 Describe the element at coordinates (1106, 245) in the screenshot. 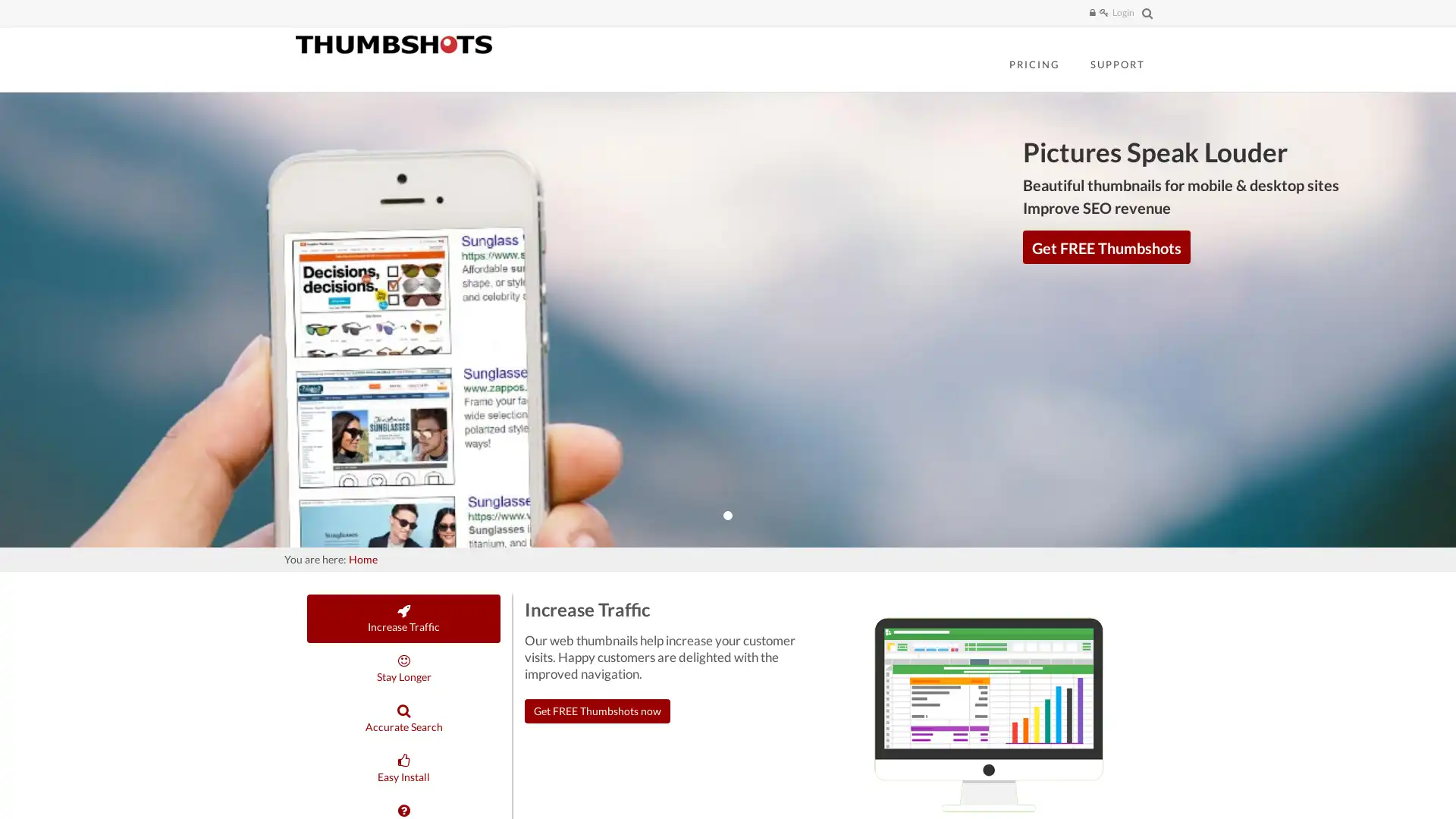

I see `Get FREE Thumbshots` at that location.